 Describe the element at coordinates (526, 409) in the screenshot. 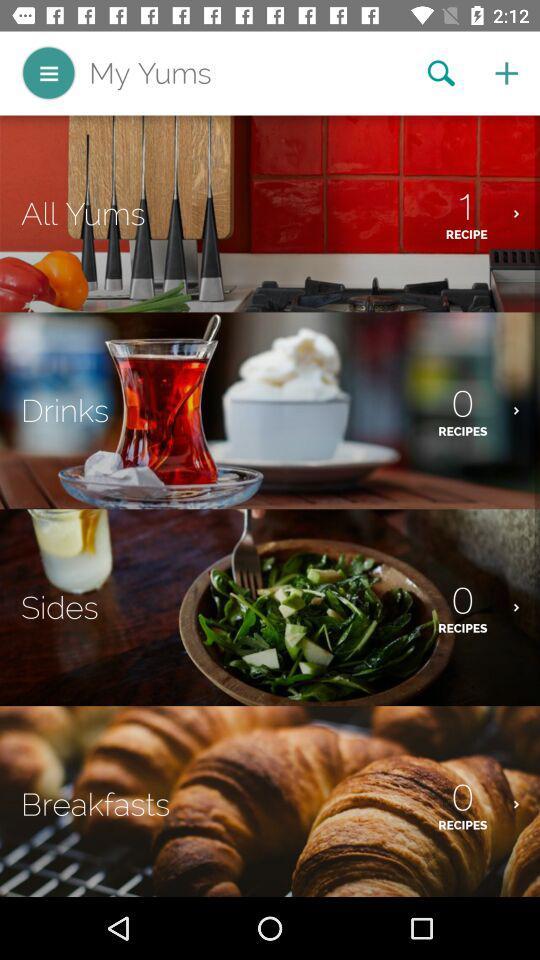

I see `the  arrow in the drinks category` at that location.